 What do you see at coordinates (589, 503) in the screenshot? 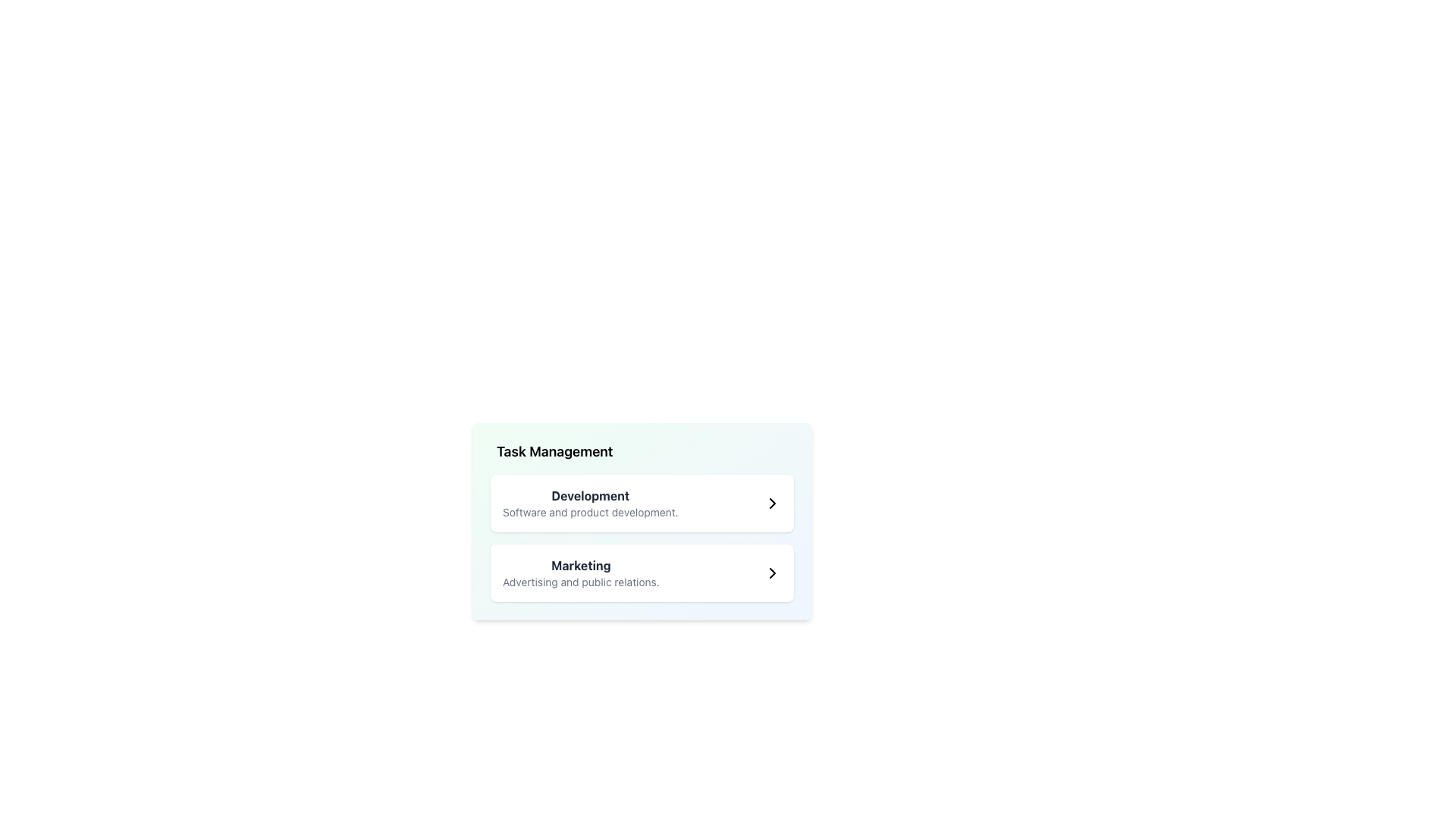
I see `the first List Item in the Task Management card` at bounding box center [589, 503].